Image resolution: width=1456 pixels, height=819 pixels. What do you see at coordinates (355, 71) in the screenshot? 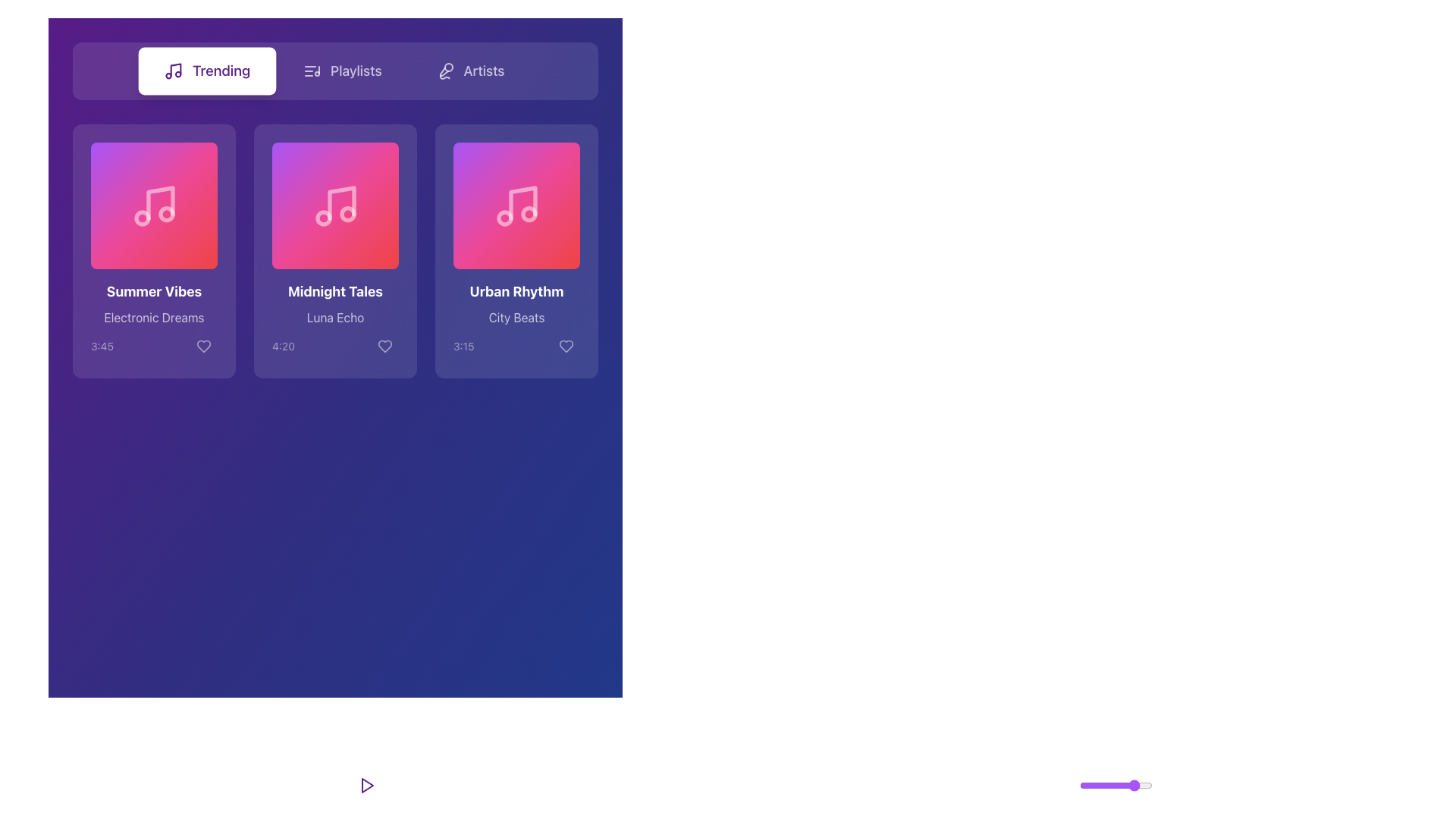
I see `the 'Playlists' text label in the navigation bar` at bounding box center [355, 71].